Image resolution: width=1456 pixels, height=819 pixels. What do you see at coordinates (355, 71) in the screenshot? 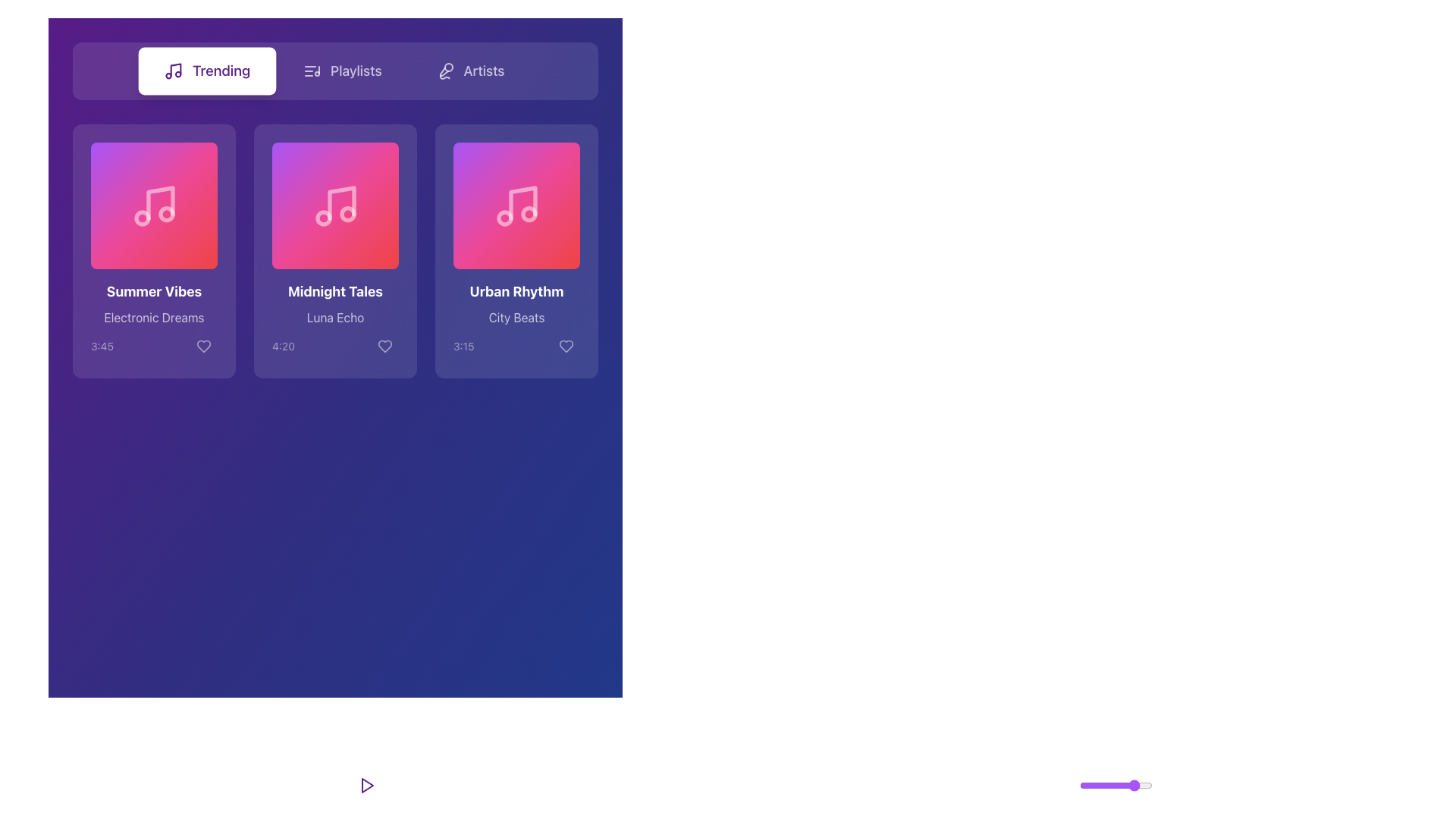
I see `the 'Playlists' text label in the navigation bar` at bounding box center [355, 71].